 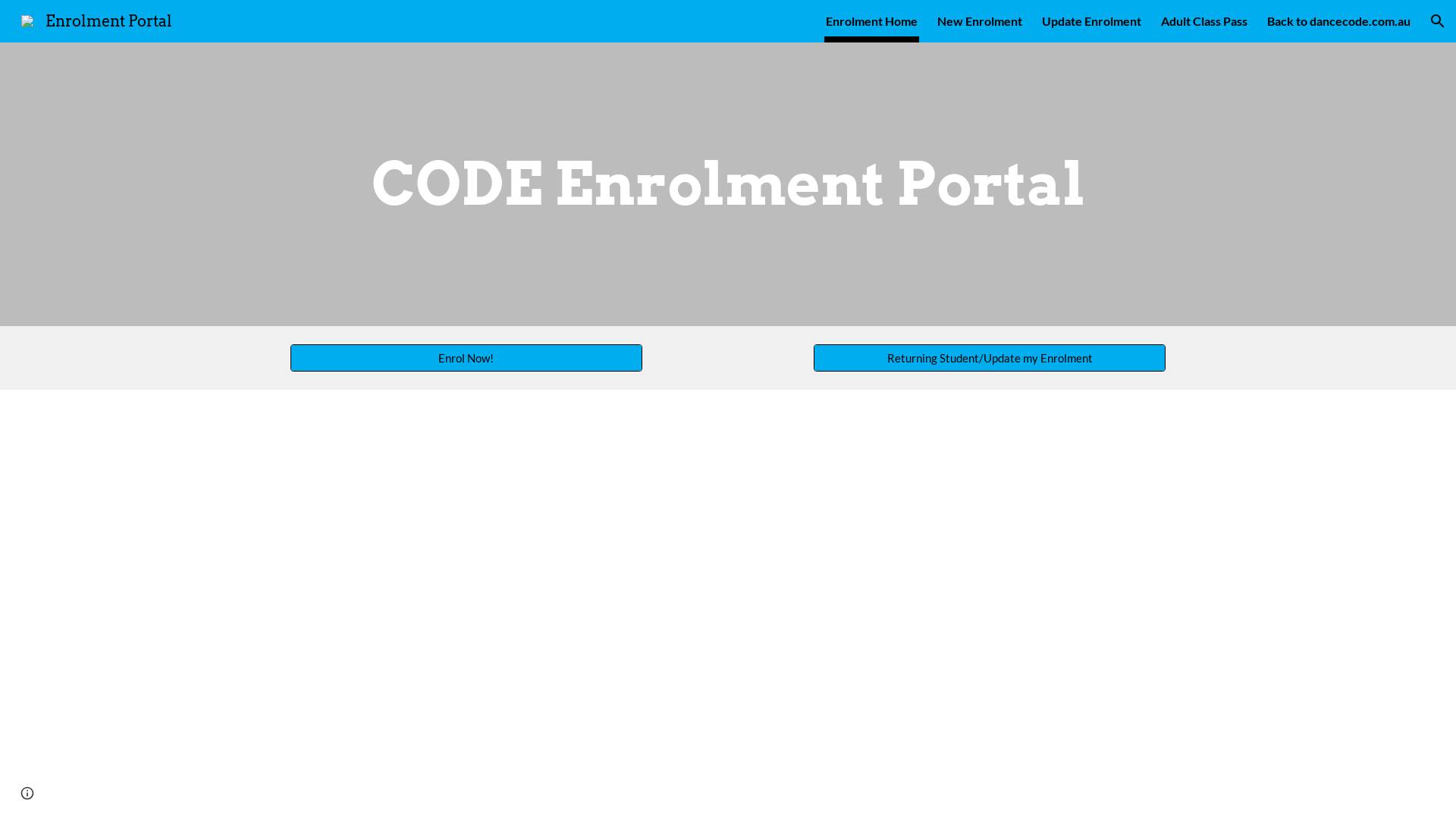 I want to click on 'New Enrolment', so click(x=979, y=20).